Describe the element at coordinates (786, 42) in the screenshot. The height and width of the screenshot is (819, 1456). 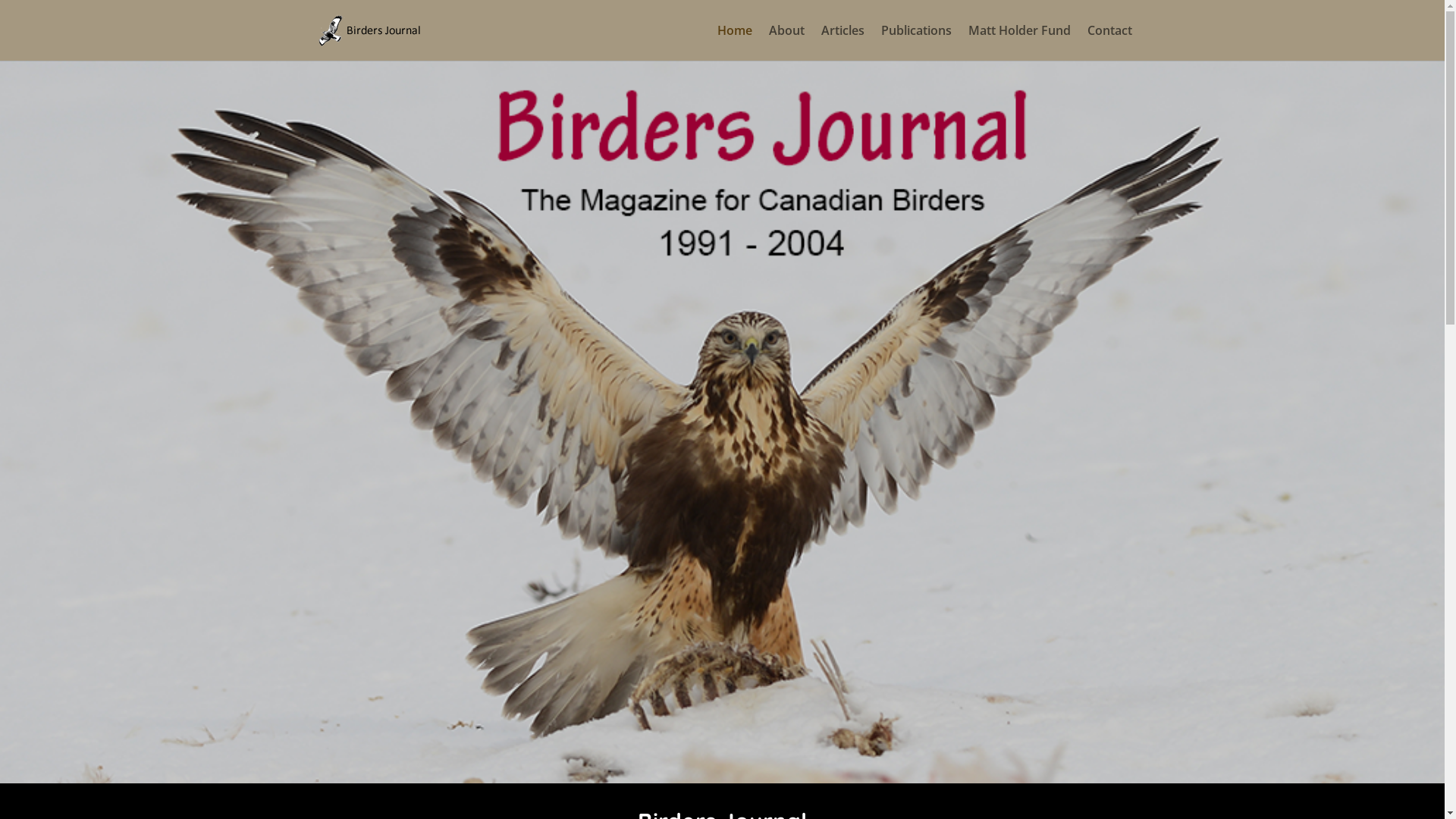
I see `'About'` at that location.